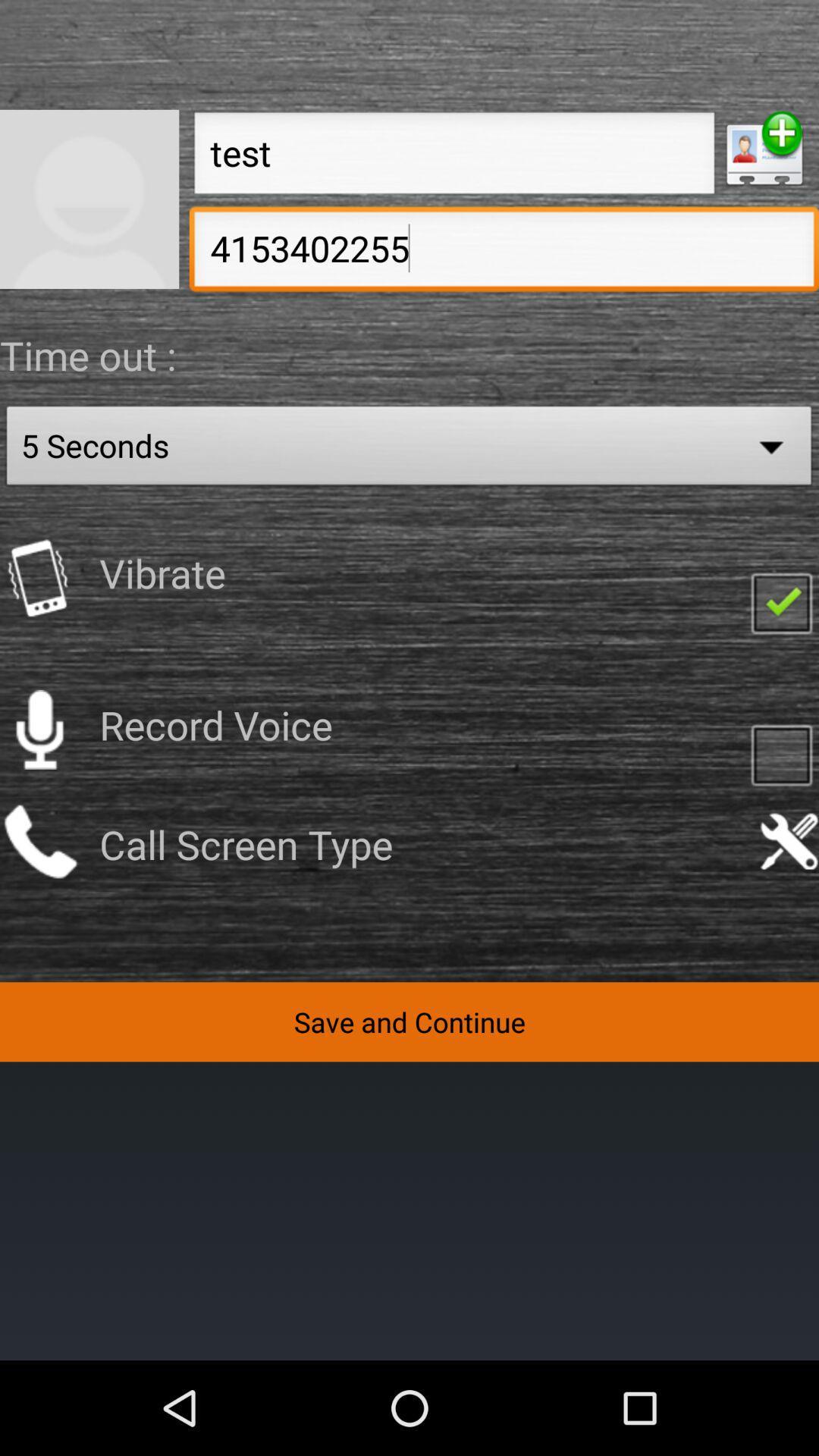 Image resolution: width=819 pixels, height=1456 pixels. I want to click on choose vibrate, so click(781, 601).